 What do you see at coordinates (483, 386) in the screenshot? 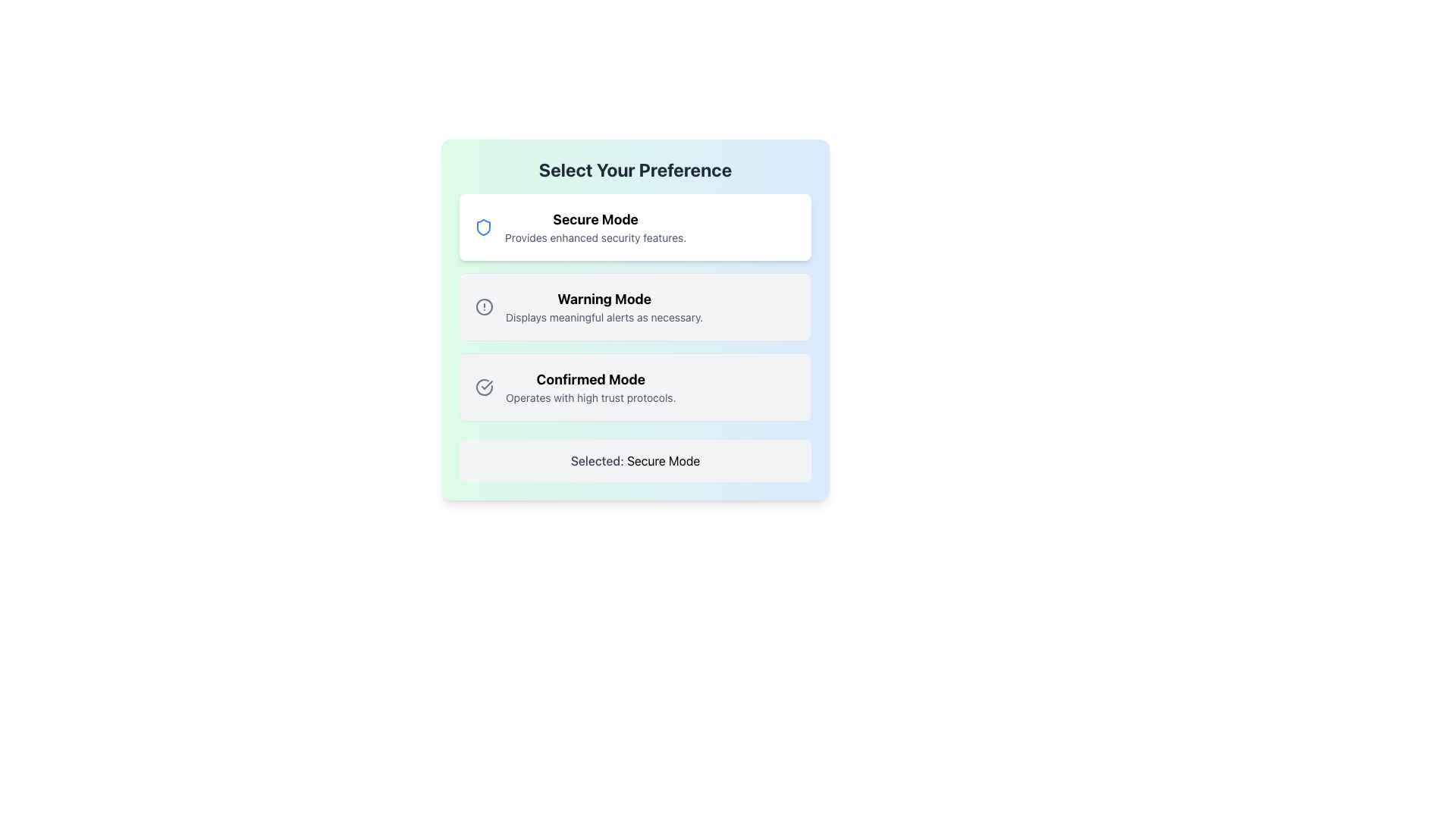
I see `the circular graphical icon with a checkmark styled in a minimalist design, located within the 'Confirmed Mode' card` at bounding box center [483, 386].